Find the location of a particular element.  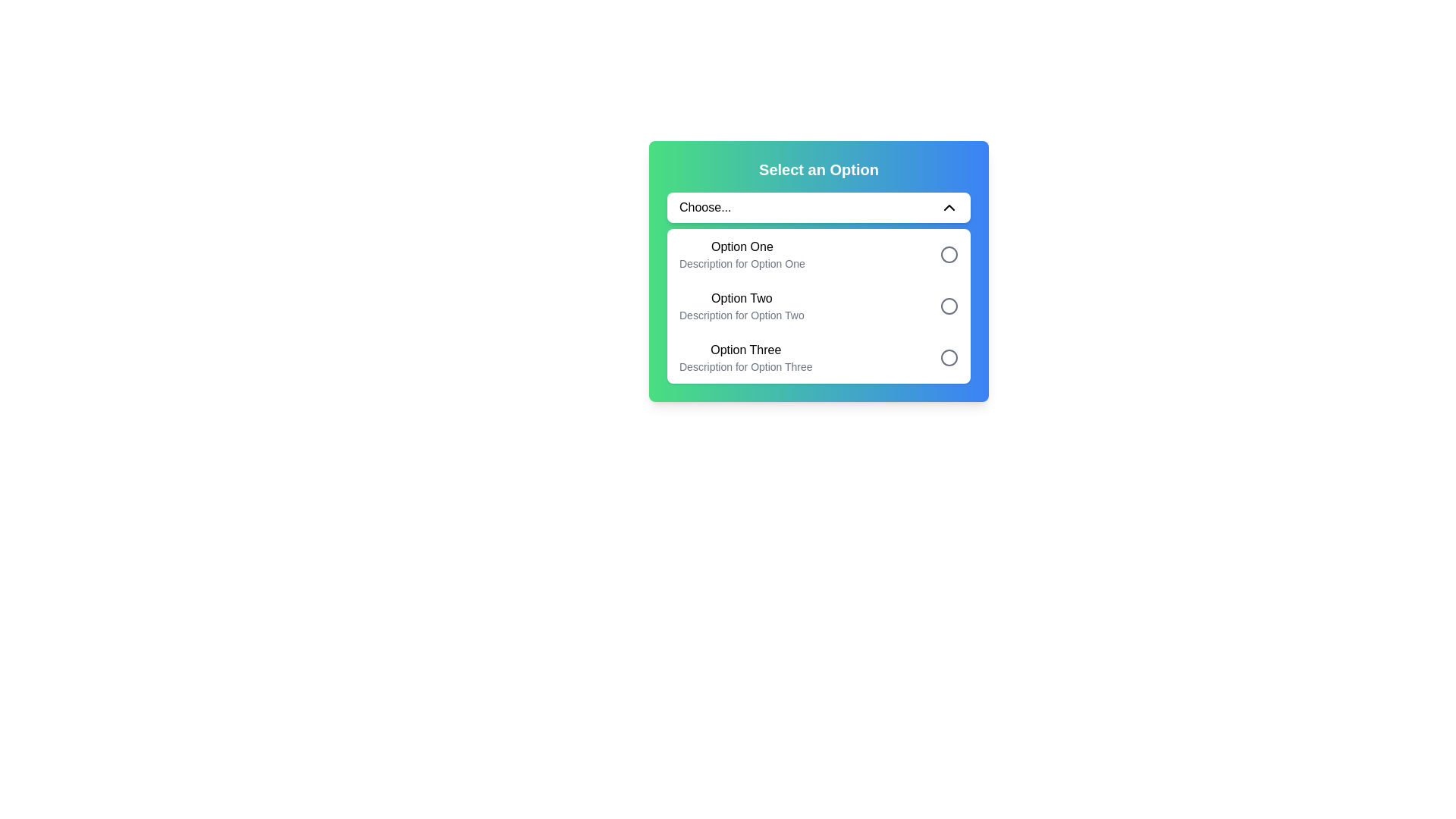

to select the third item in the dropdown menu labeled 'Select an Option', which is marked by the descriptive text 'Description for Option Three' is located at coordinates (745, 350).